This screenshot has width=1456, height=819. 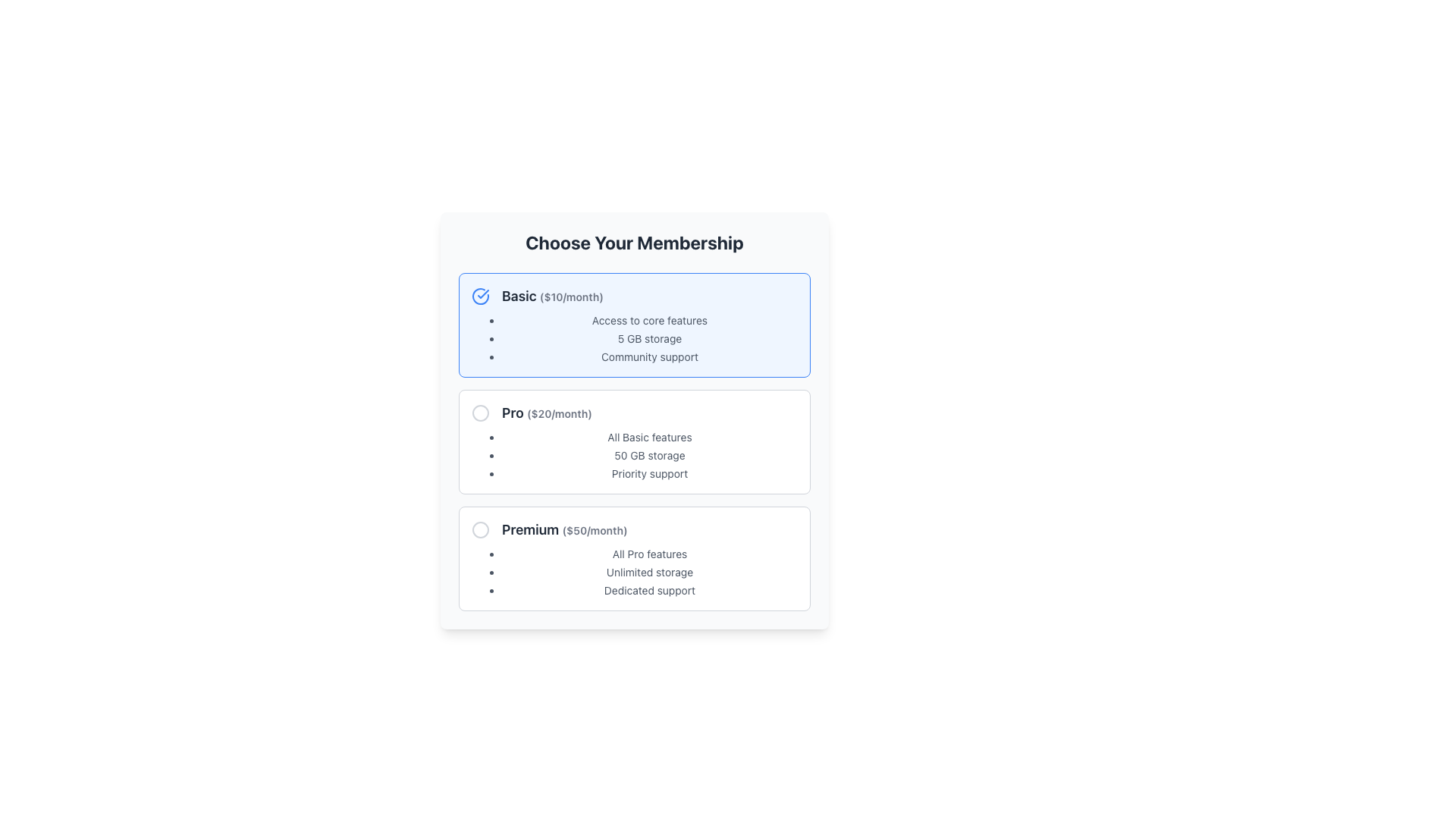 I want to click on the 'Basic' membership plan label, which identifies the plan's name and cost, located near the top-left corner of the highlighted membership option under 'Choose Your Membership.', so click(x=552, y=296).